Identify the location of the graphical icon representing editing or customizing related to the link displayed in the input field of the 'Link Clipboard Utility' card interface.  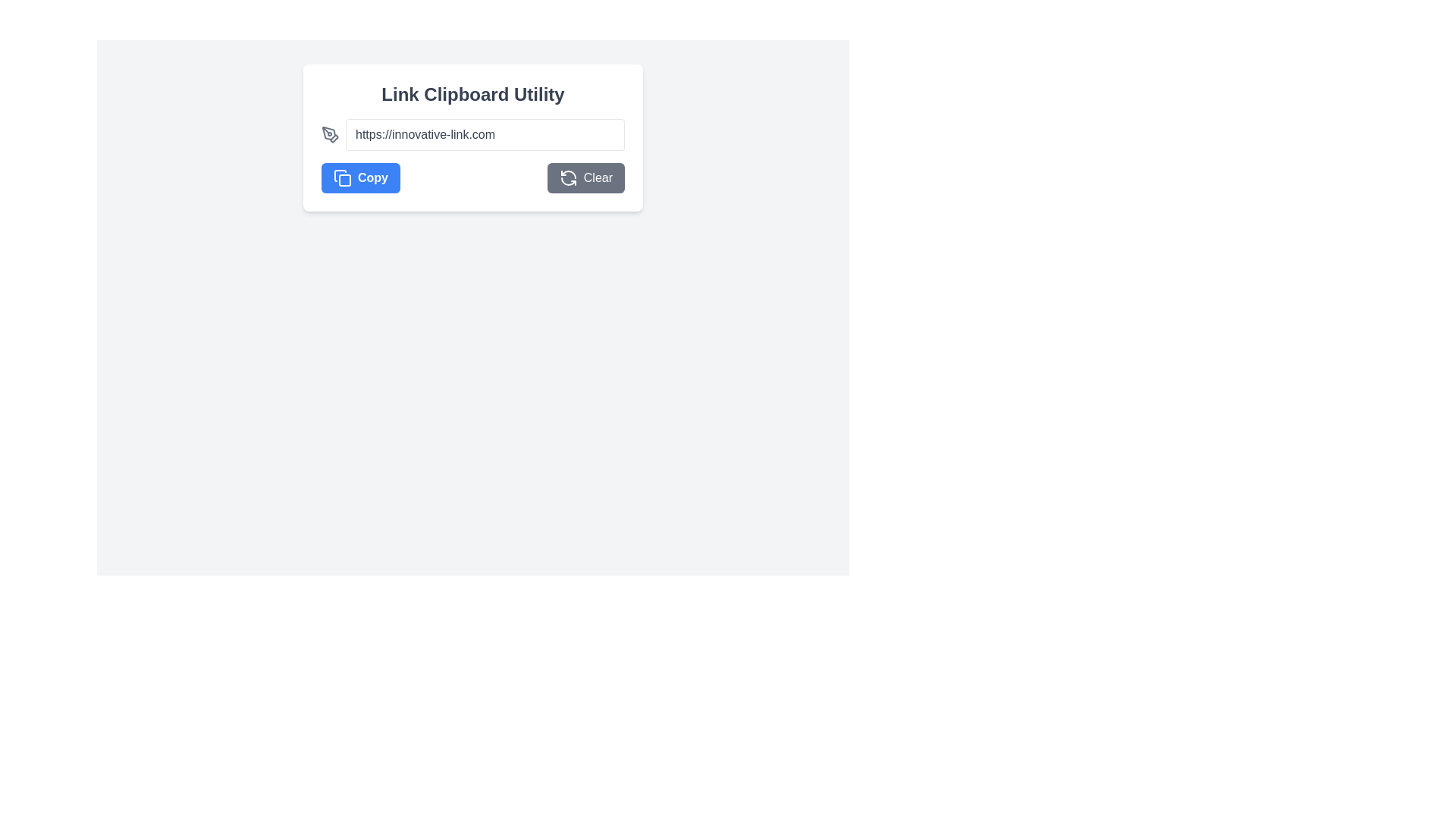
(328, 133).